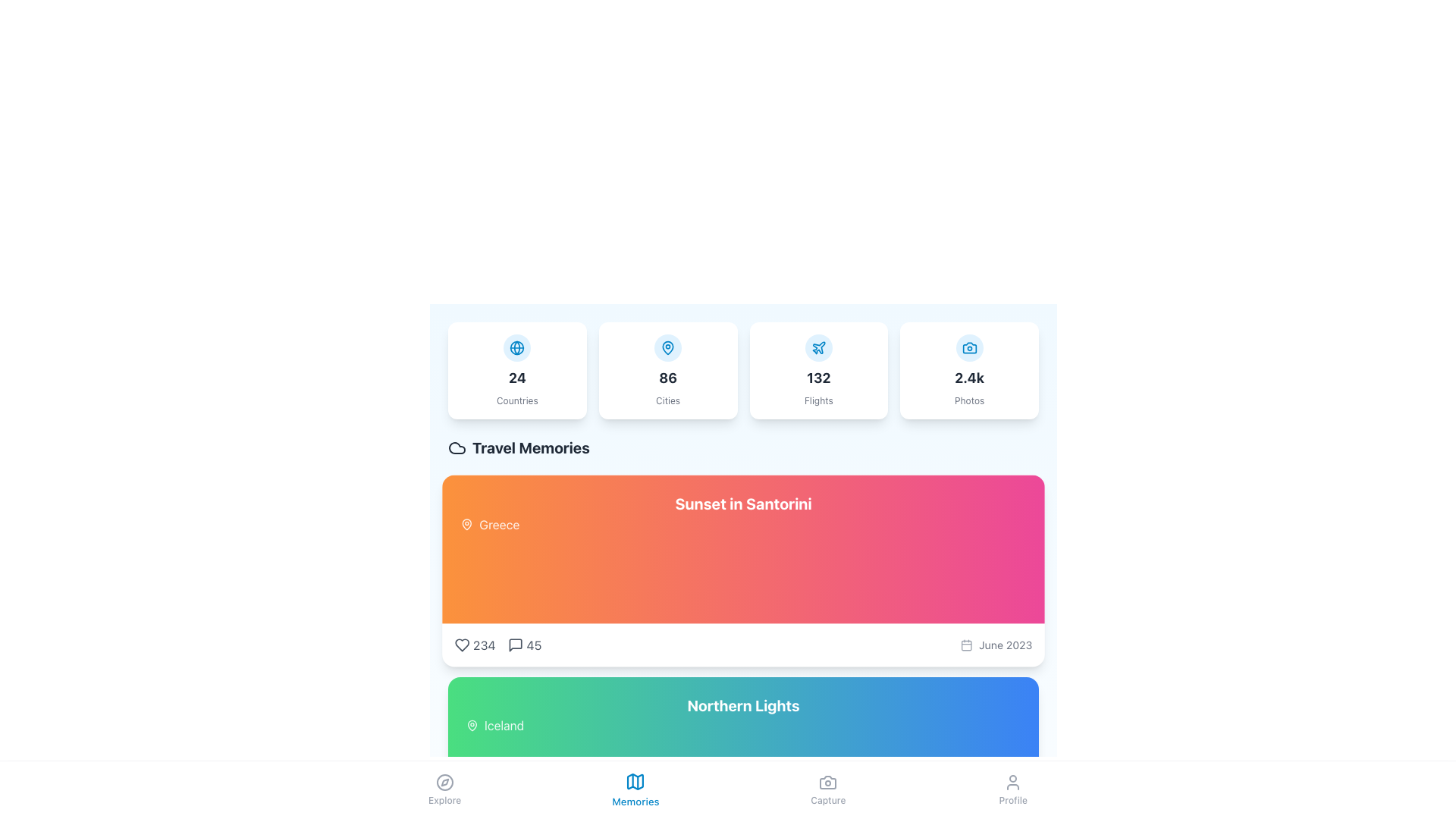  I want to click on the circular compass icon located in the bottom navigation bar at the center of the 'Explore' tab, so click(444, 783).